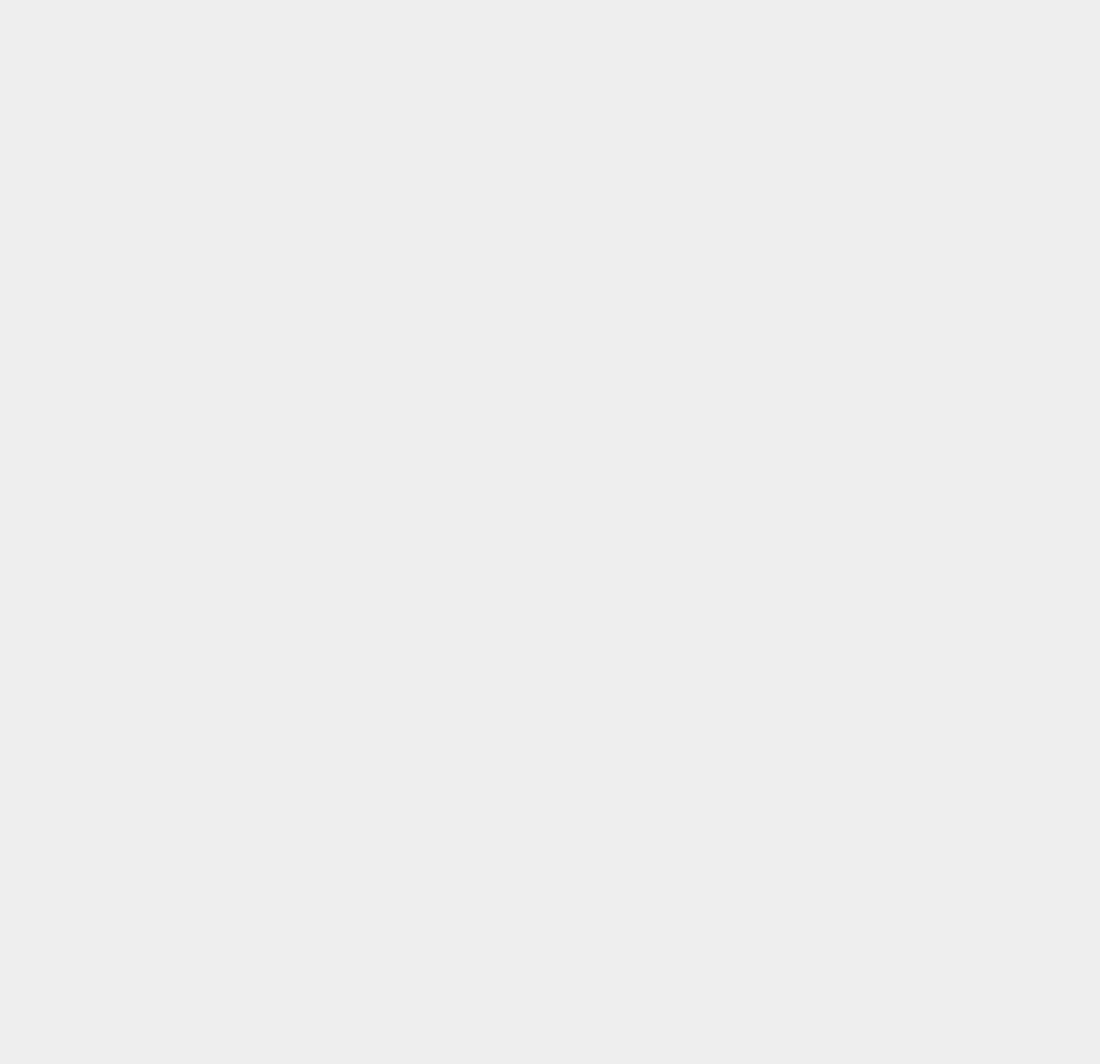 This screenshot has height=1064, width=1100. What do you see at coordinates (778, 163) in the screenshot?
I see `'Microsoft'` at bounding box center [778, 163].